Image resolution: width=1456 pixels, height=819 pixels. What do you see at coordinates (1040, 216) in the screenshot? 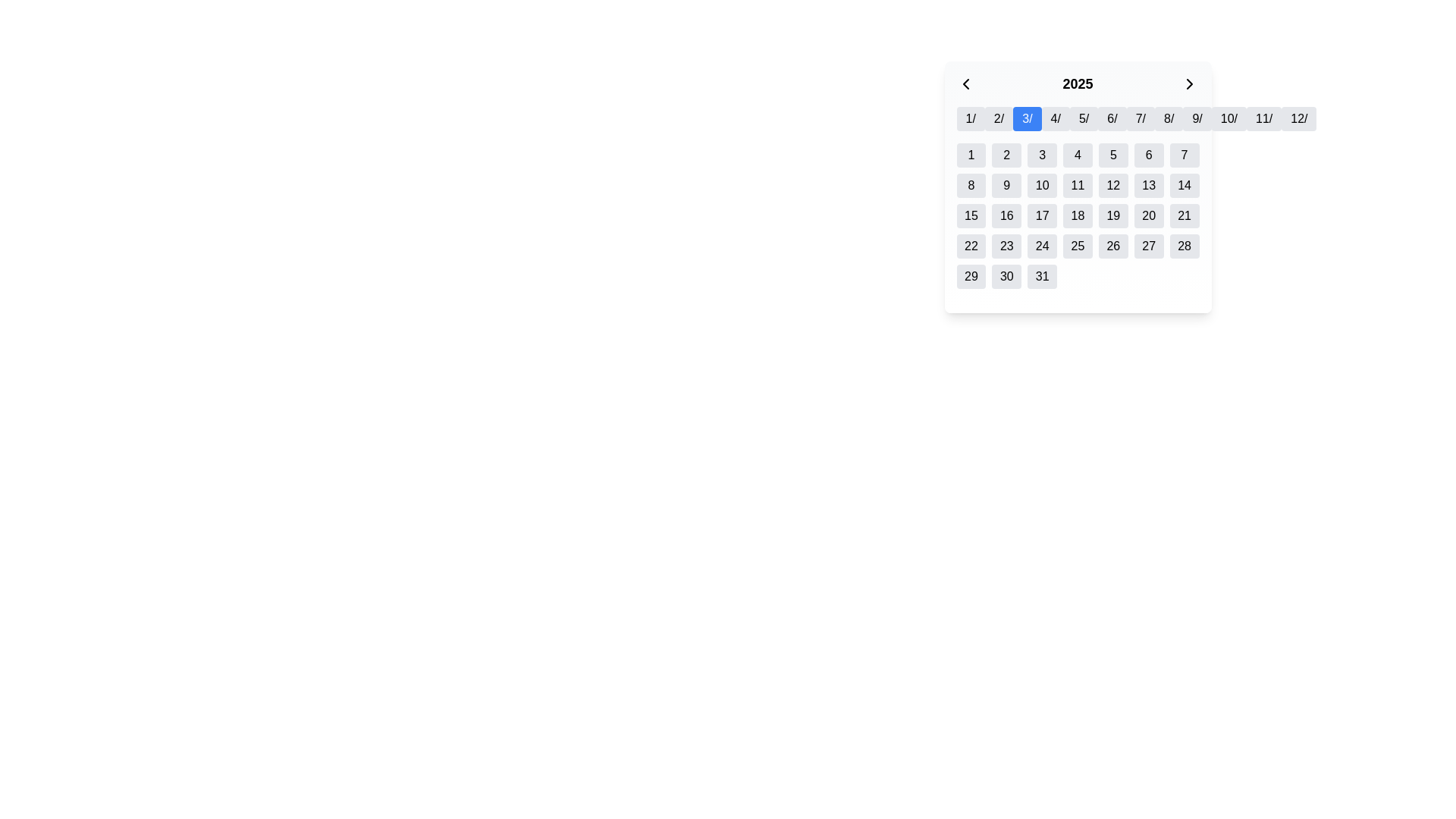
I see `the button displaying the number '17', located` at bounding box center [1040, 216].